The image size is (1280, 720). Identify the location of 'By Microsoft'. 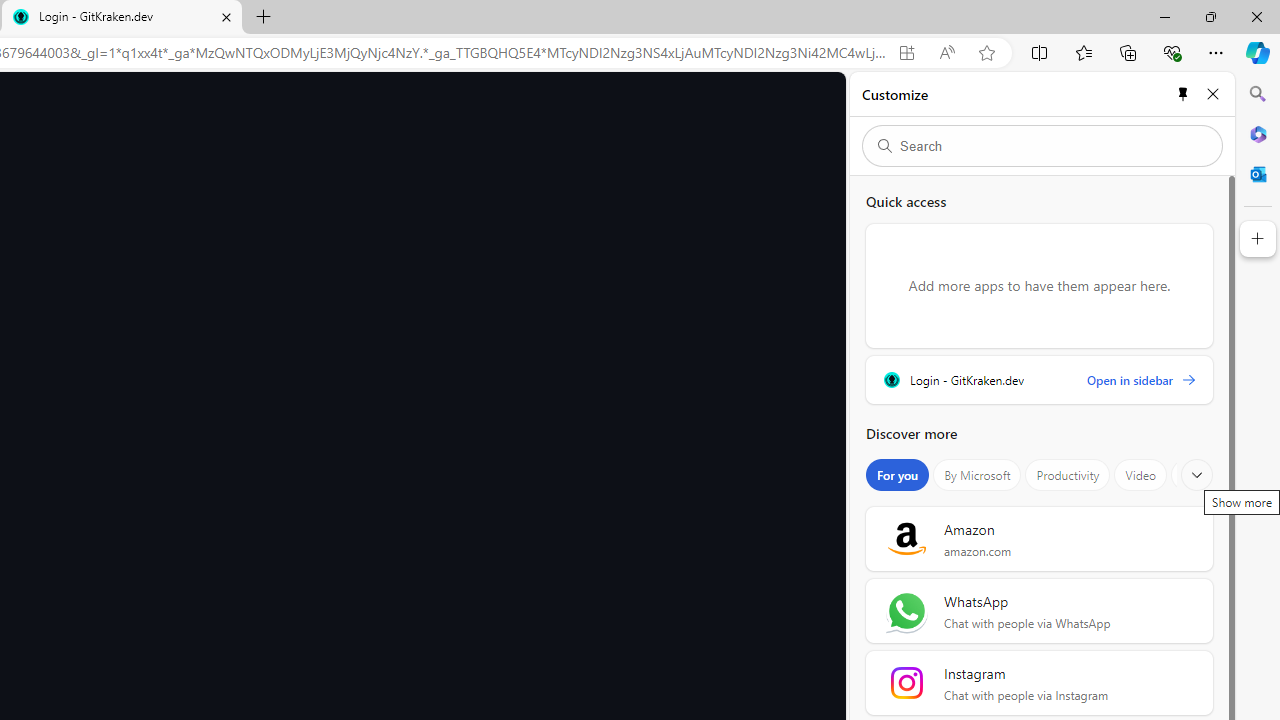
(977, 475).